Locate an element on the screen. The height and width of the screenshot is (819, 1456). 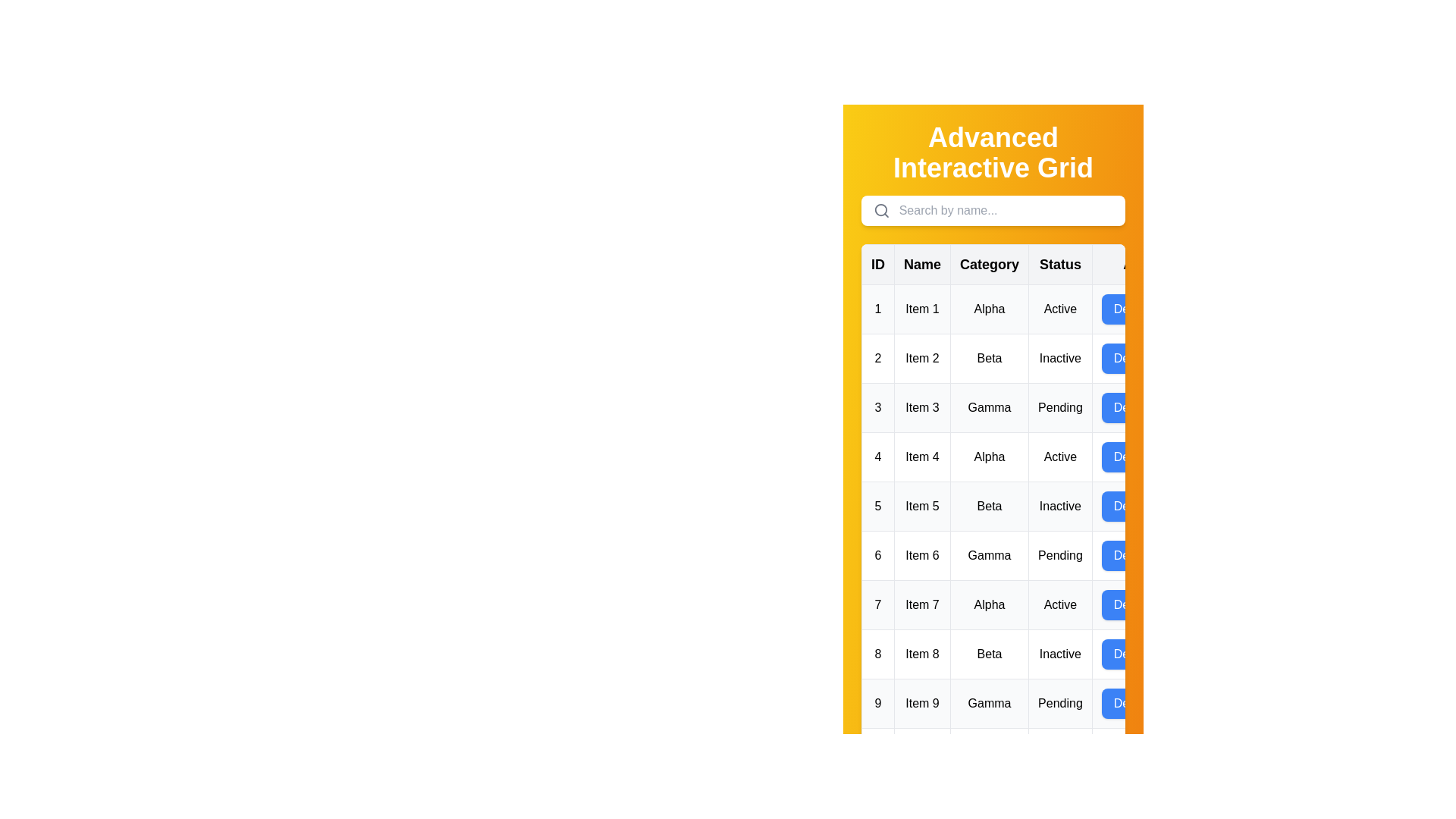
the column header ID to sort the data is located at coordinates (877, 263).